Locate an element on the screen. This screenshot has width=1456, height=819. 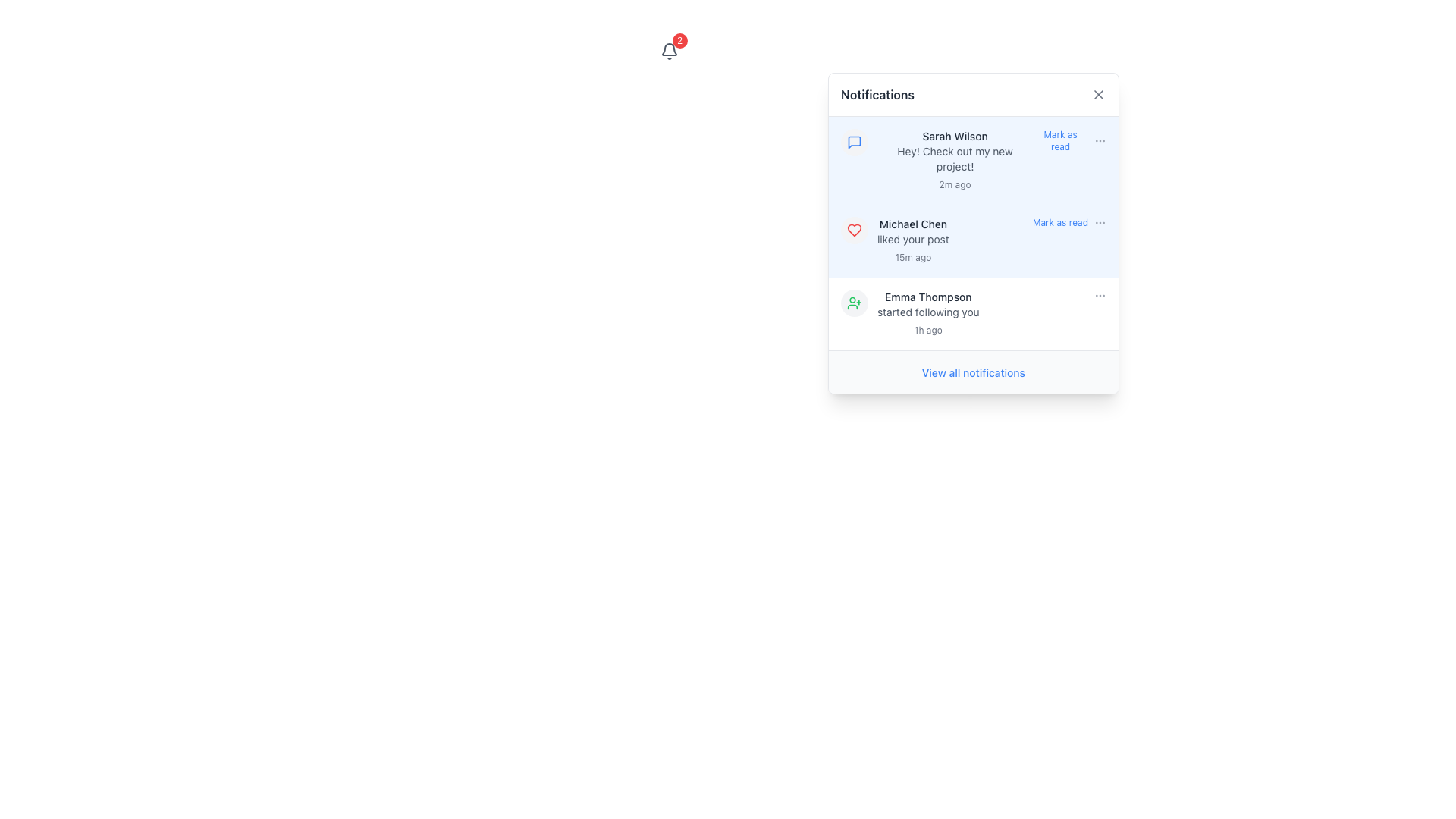
the third notification entry in the dropdown panel is located at coordinates (992, 312).